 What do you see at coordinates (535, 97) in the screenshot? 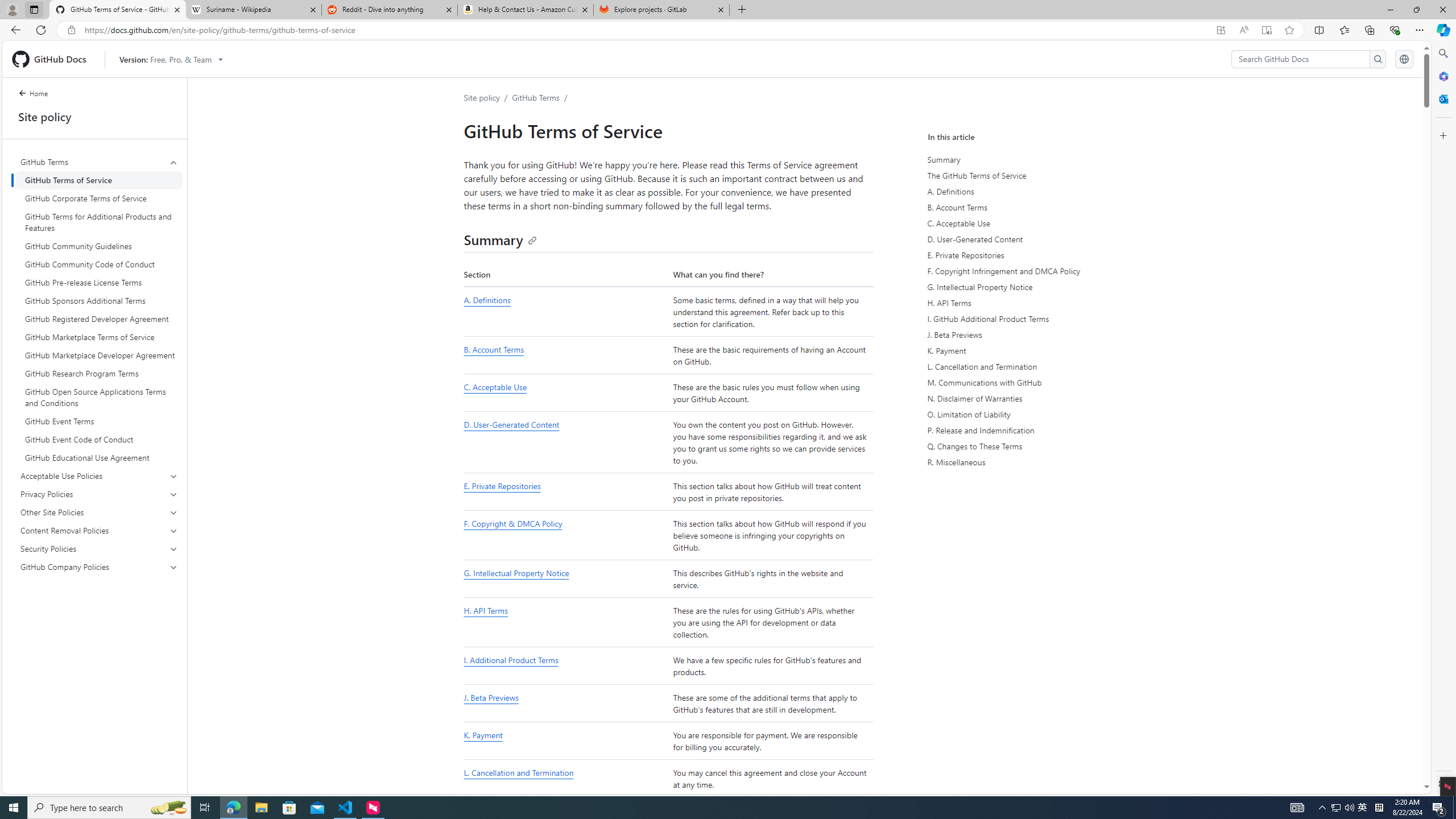
I see `'GitHub Terms'` at bounding box center [535, 97].